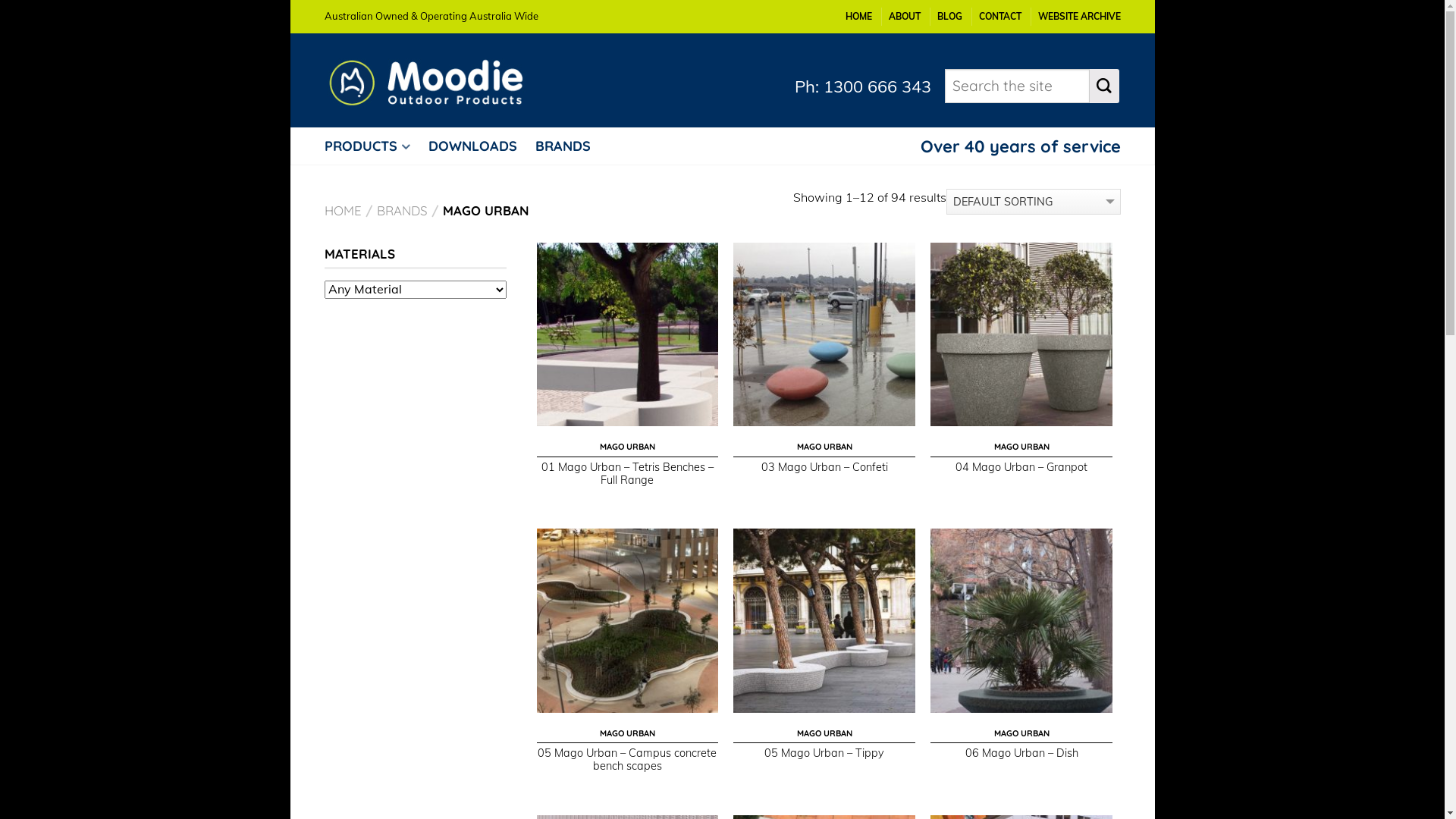  Describe the element at coordinates (401, 210) in the screenshot. I see `'BRANDS'` at that location.